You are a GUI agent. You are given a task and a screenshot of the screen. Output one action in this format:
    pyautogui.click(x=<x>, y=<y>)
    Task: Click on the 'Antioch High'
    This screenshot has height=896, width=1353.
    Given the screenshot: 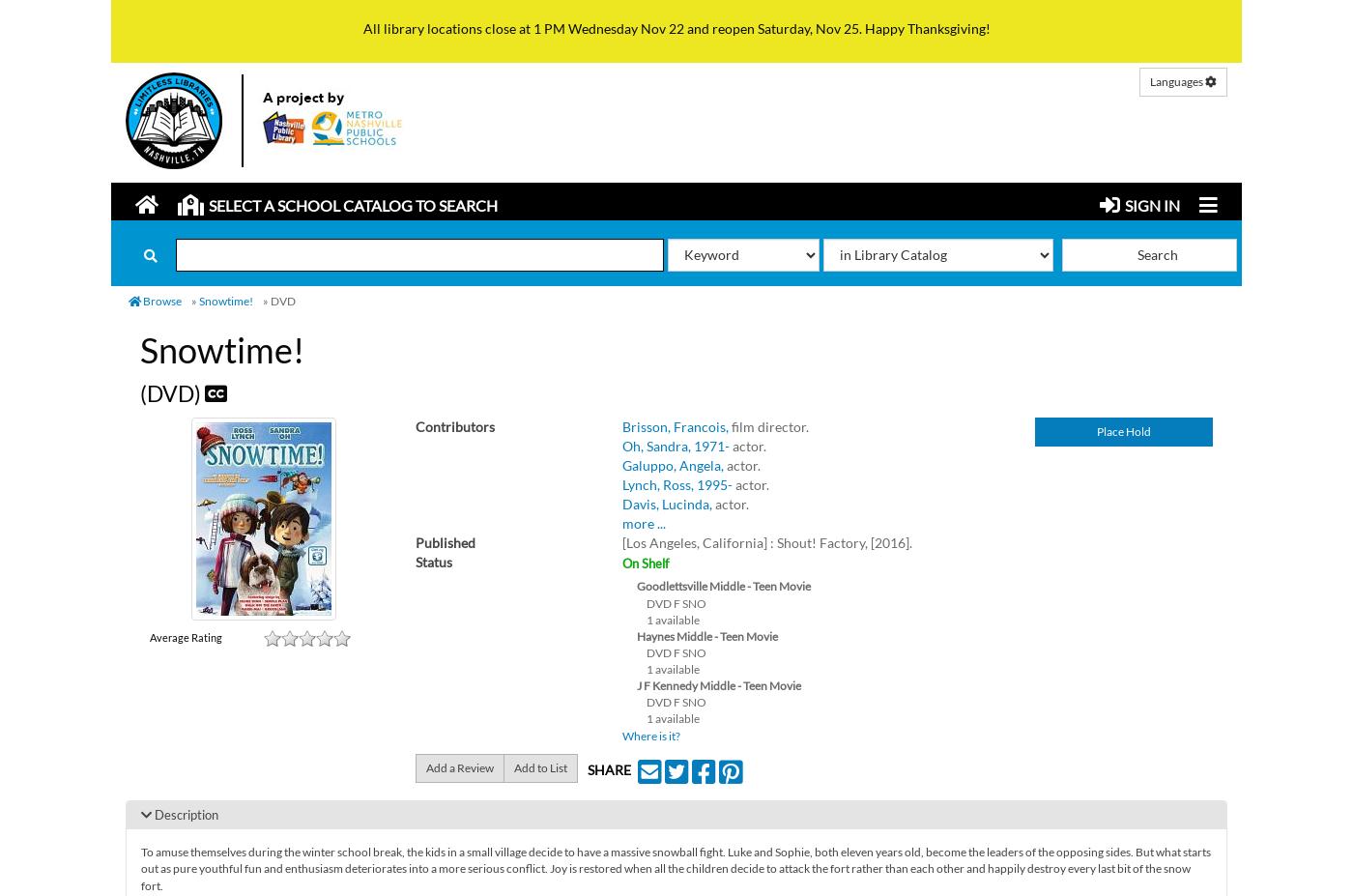 What is the action you would take?
    pyautogui.click(x=238, y=330)
    